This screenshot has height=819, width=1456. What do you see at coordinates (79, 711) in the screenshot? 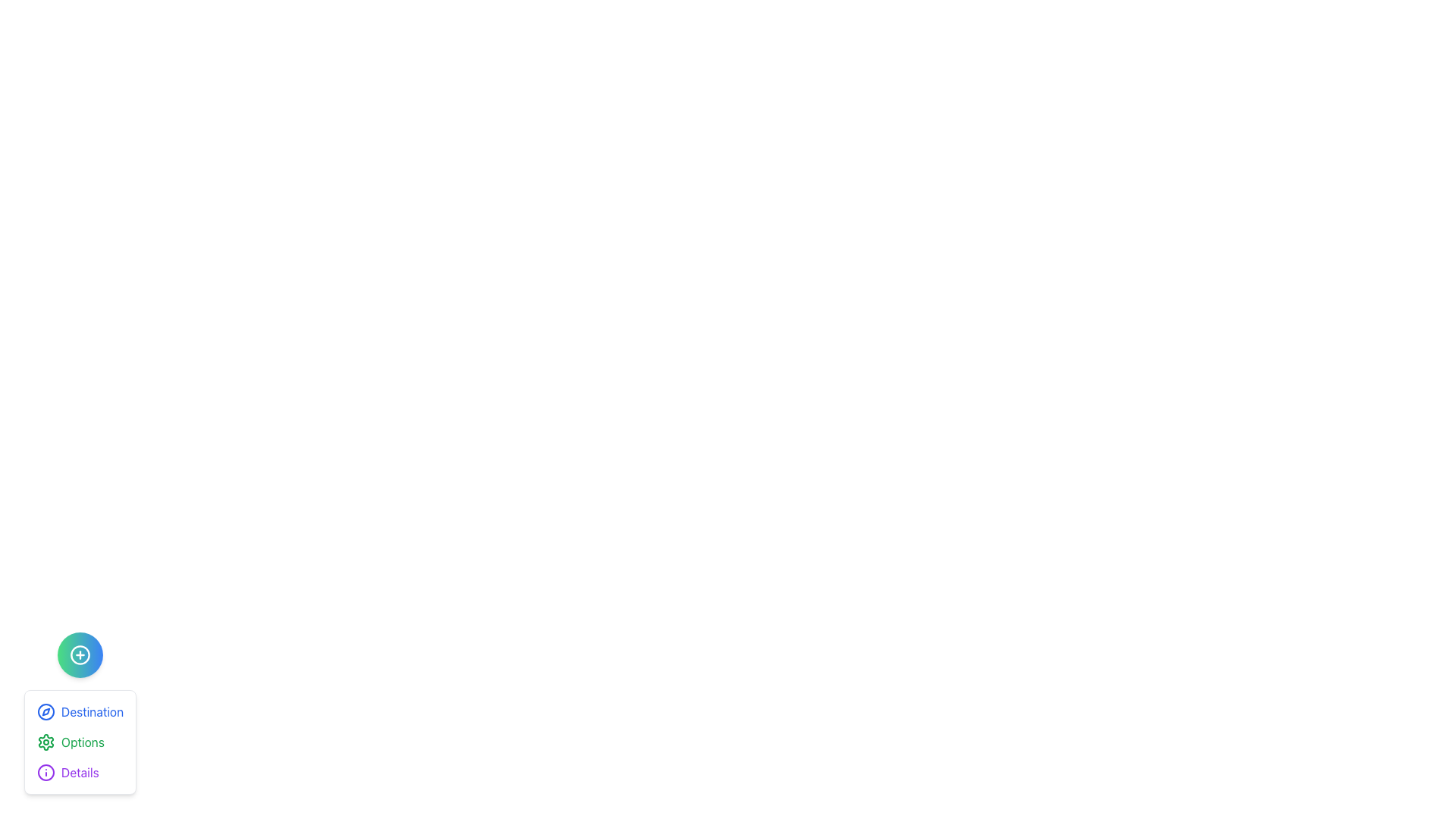
I see `the Interactive Text Link with Icon located at the top of the vertically stacked menu` at bounding box center [79, 711].